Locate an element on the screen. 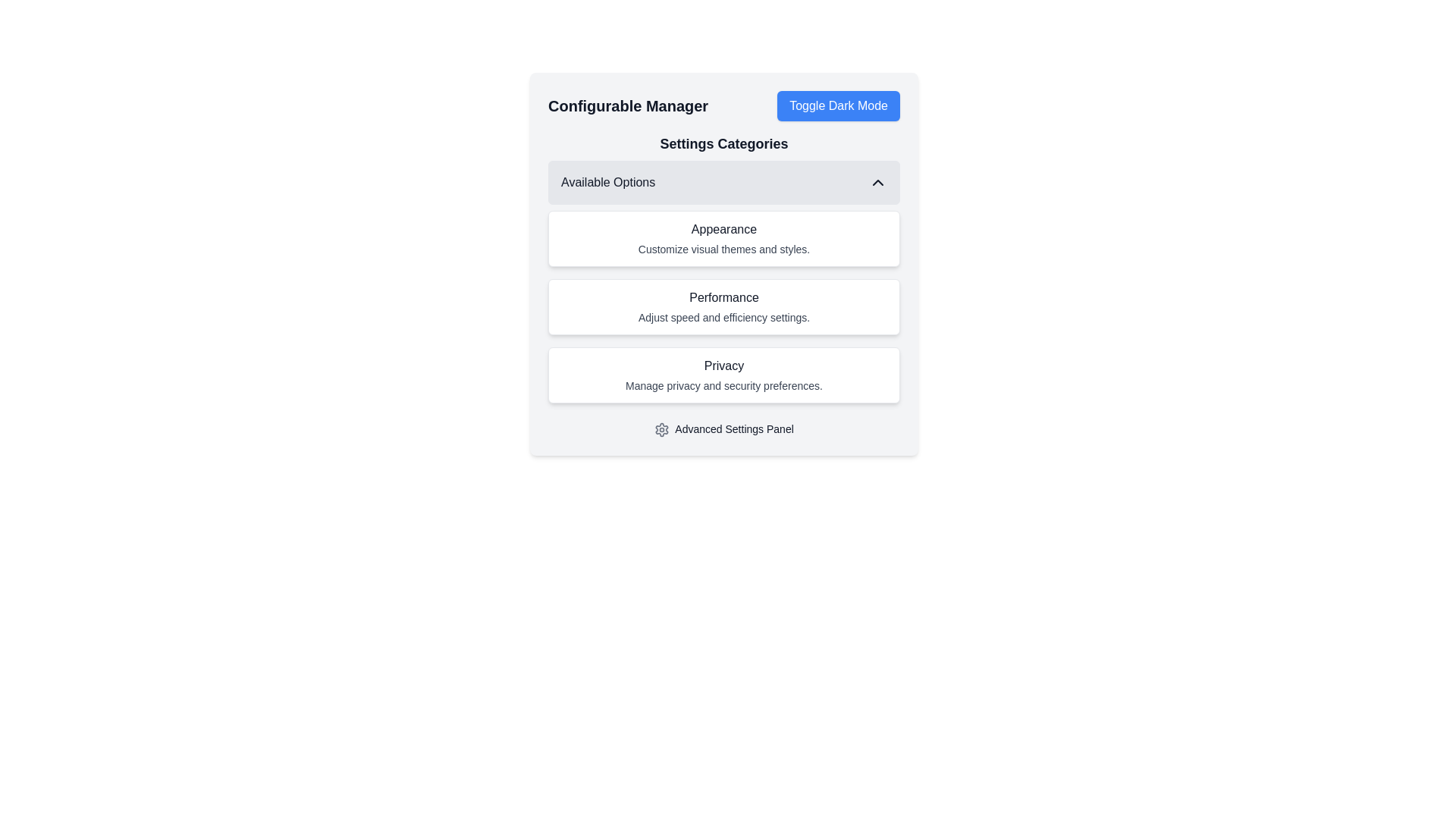  the List Item displaying 'Appearance' is located at coordinates (723, 262).